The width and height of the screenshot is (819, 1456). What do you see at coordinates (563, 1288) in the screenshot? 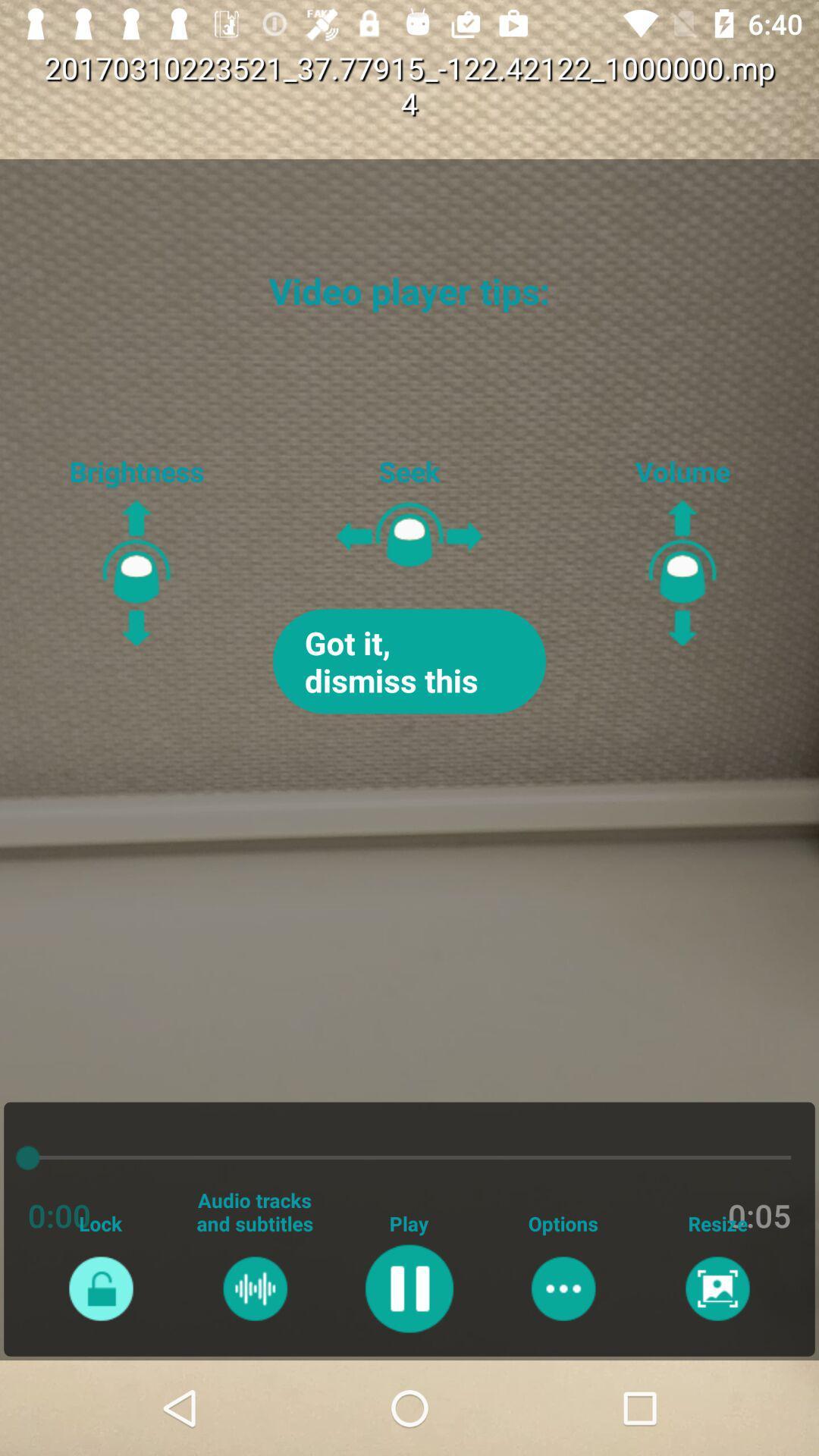
I see `the more icon` at bounding box center [563, 1288].